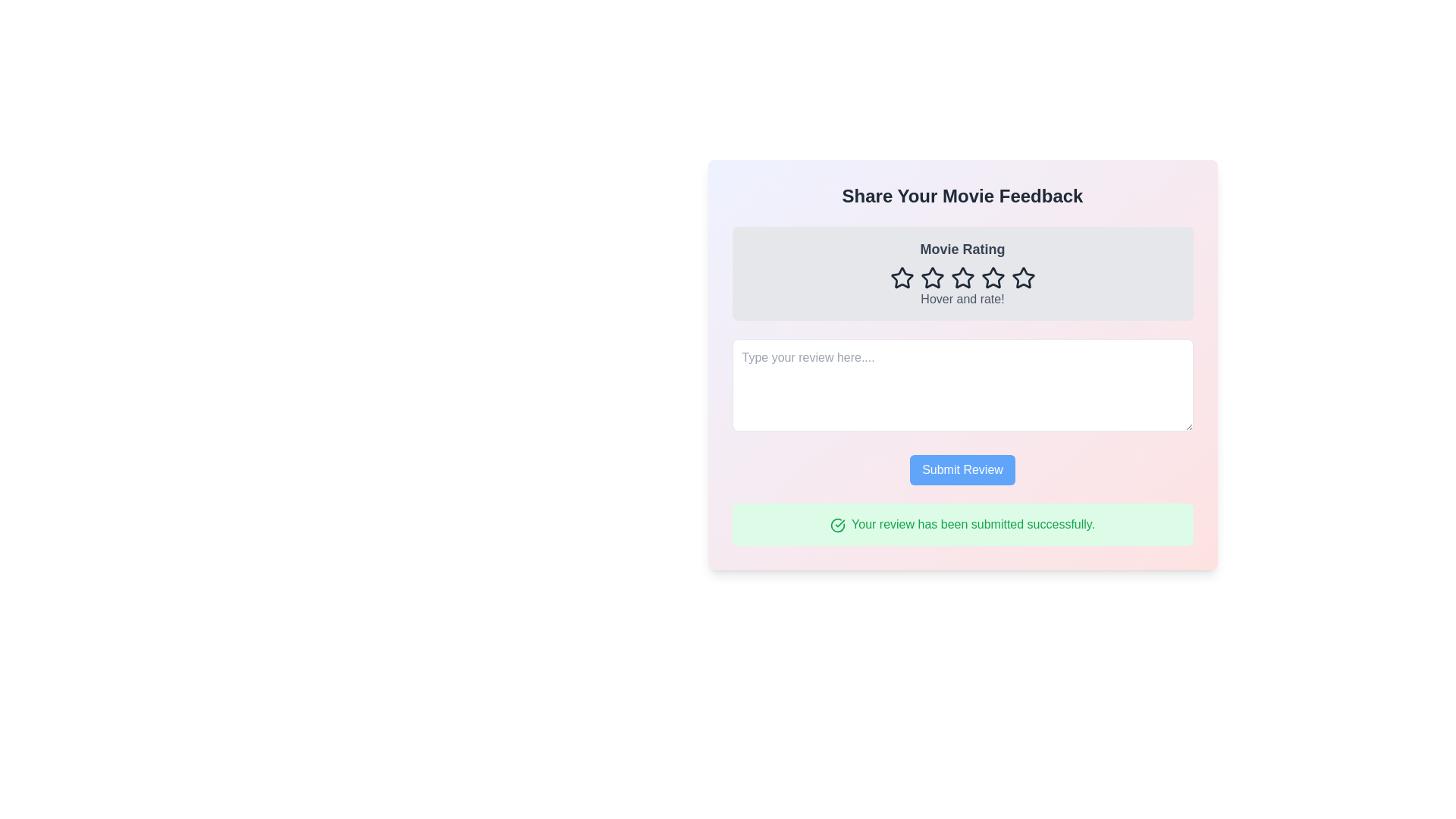 This screenshot has width=1456, height=819. Describe the element at coordinates (962, 278) in the screenshot. I see `the third star icon in the movie rating system` at that location.